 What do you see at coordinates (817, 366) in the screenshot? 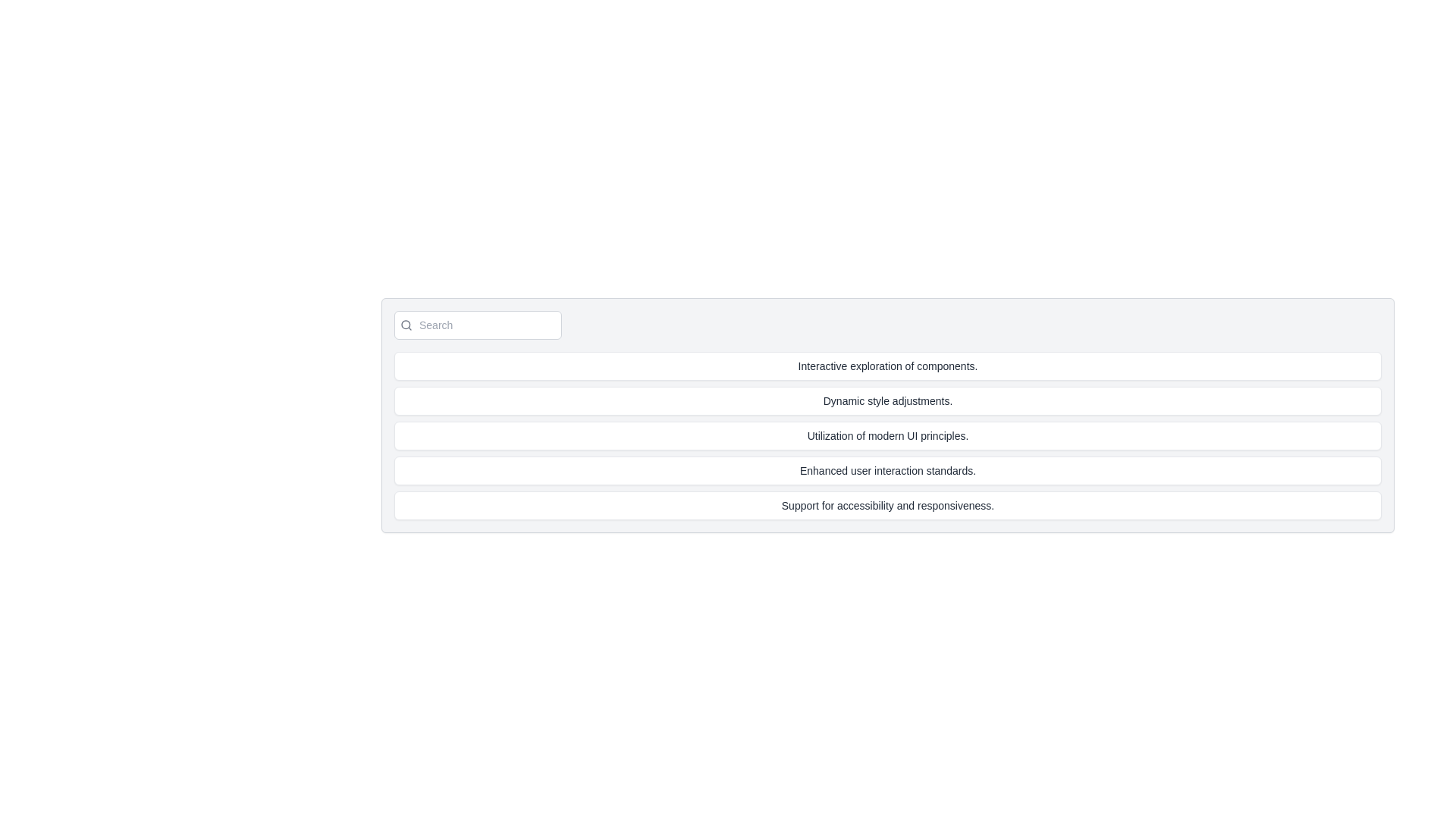
I see `letter 'r' located in the first list item of the textual list, specifically as the eighth letter in the word 'Interactive'` at bounding box center [817, 366].